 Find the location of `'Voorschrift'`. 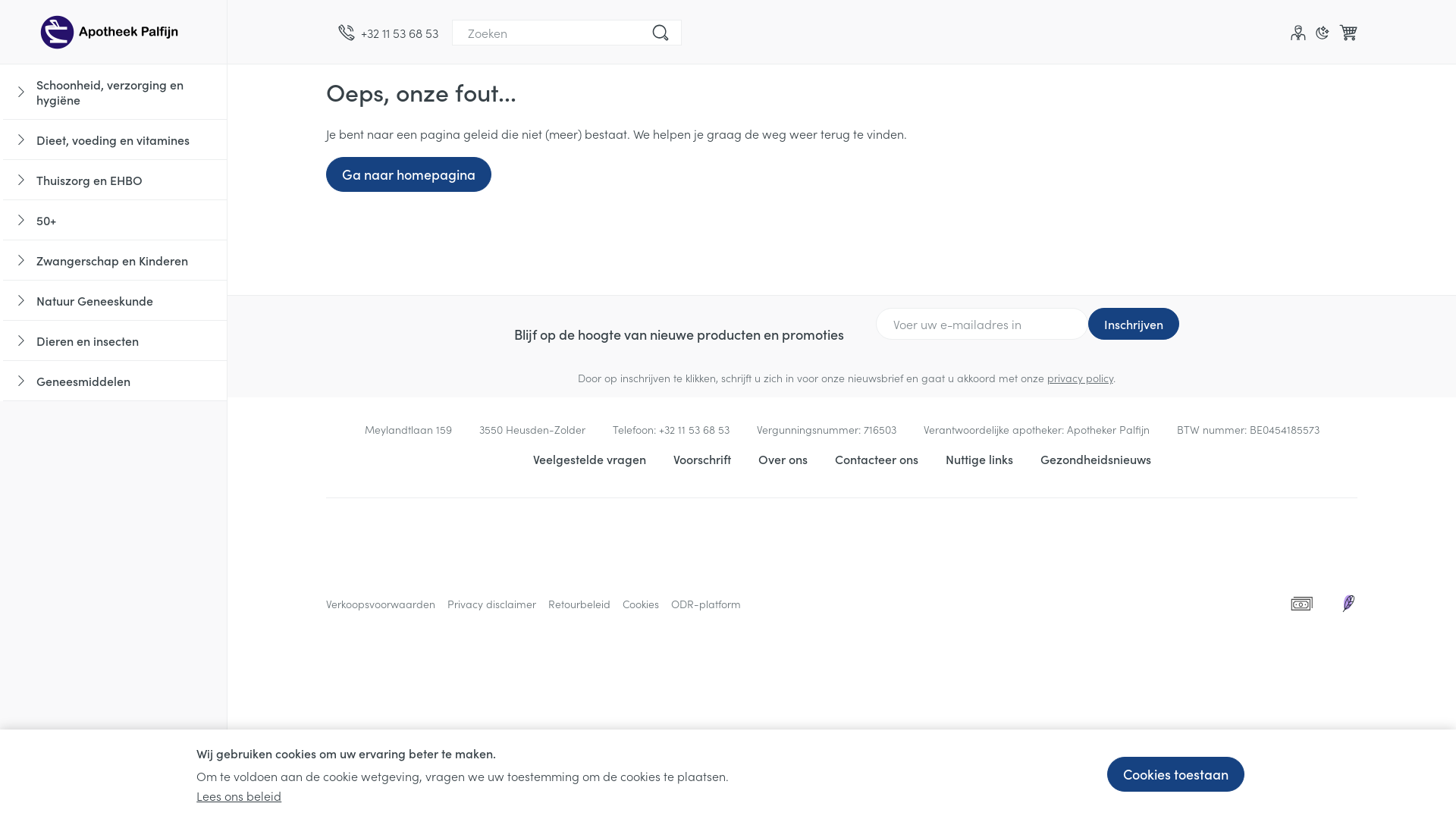

'Voorschrift' is located at coordinates (701, 458).